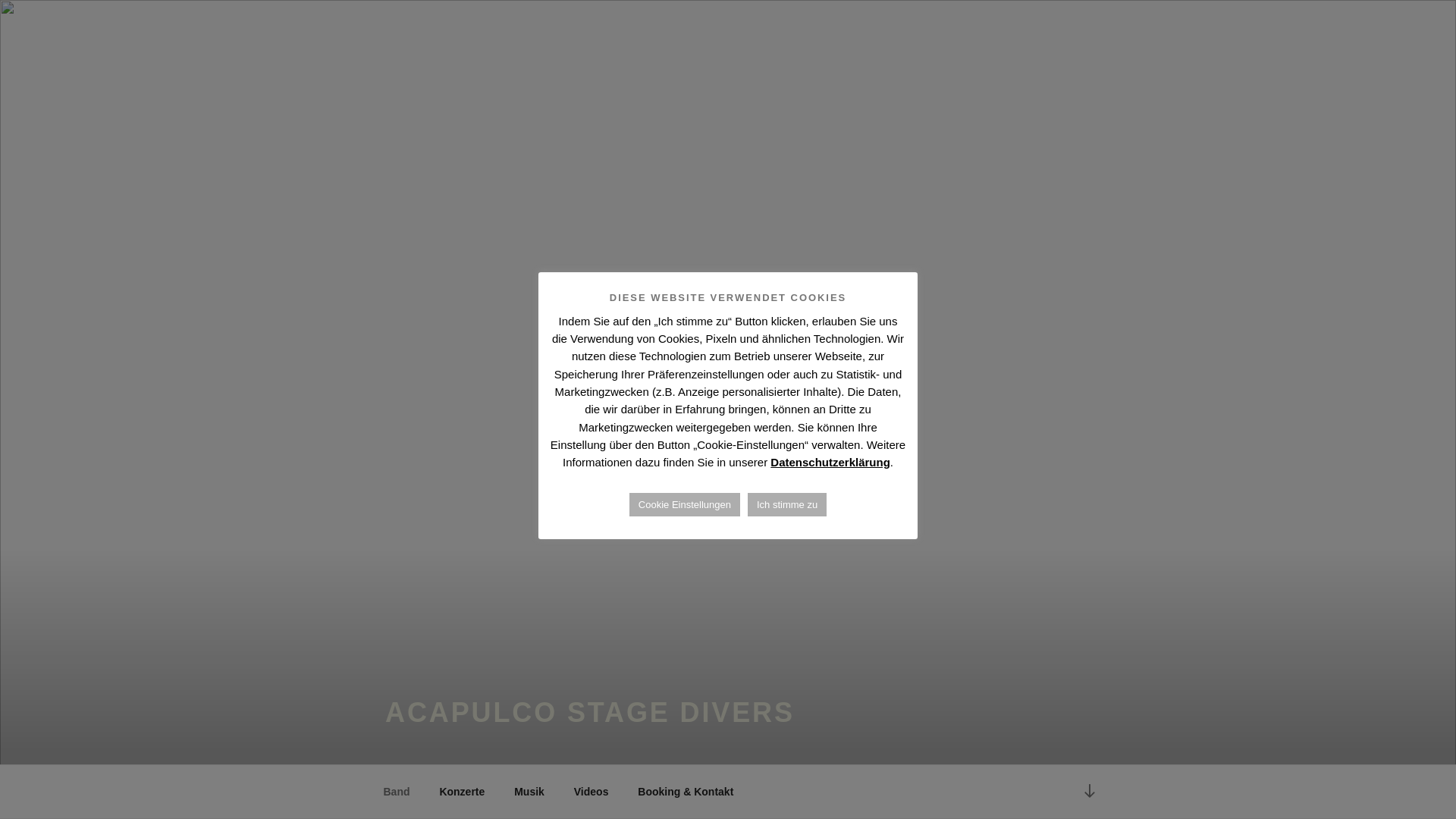 The image size is (1456, 819). Describe the element at coordinates (685, 791) in the screenshot. I see `'Booking & Kontakt'` at that location.